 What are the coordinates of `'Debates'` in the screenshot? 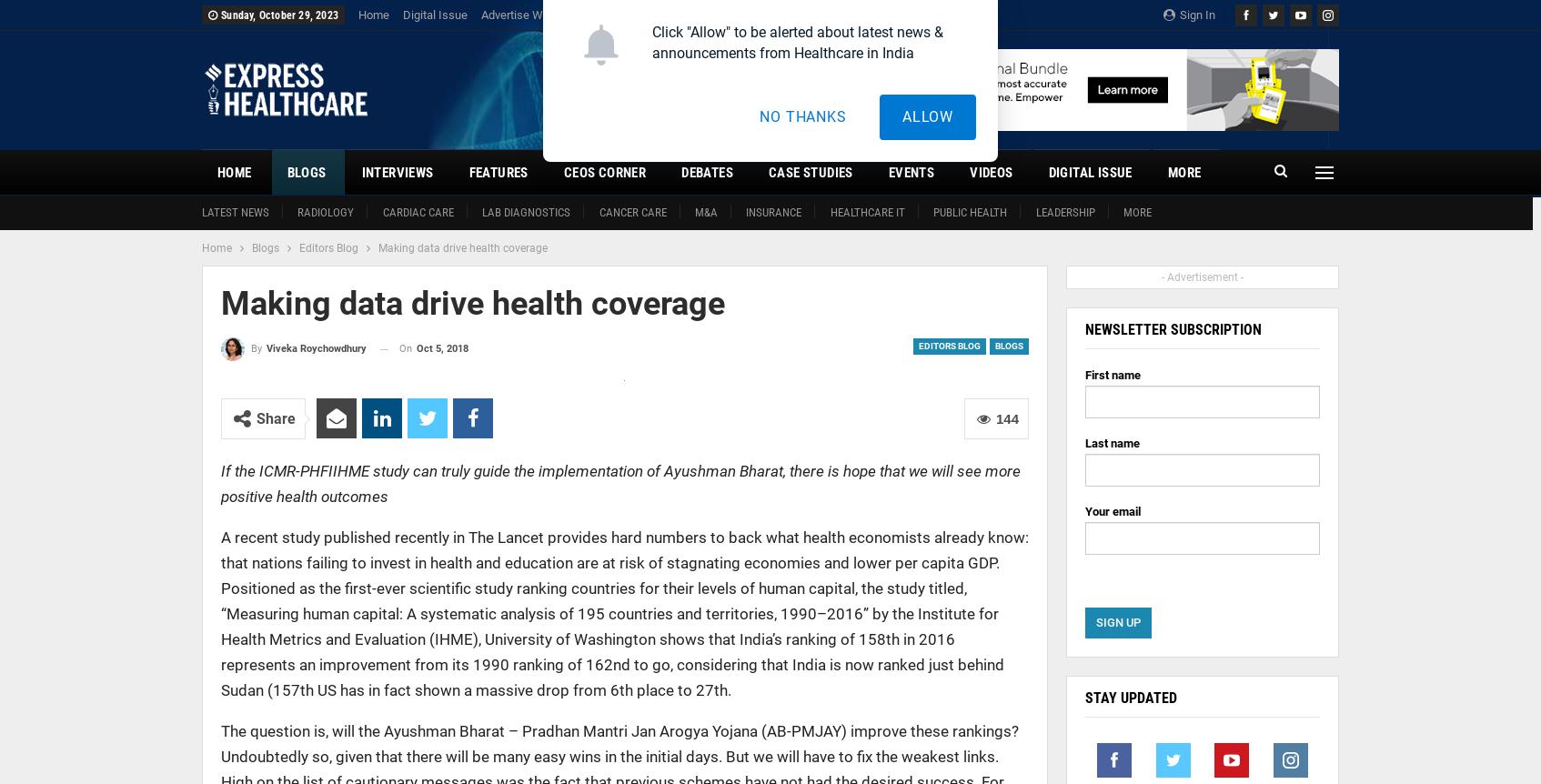 It's located at (706, 172).